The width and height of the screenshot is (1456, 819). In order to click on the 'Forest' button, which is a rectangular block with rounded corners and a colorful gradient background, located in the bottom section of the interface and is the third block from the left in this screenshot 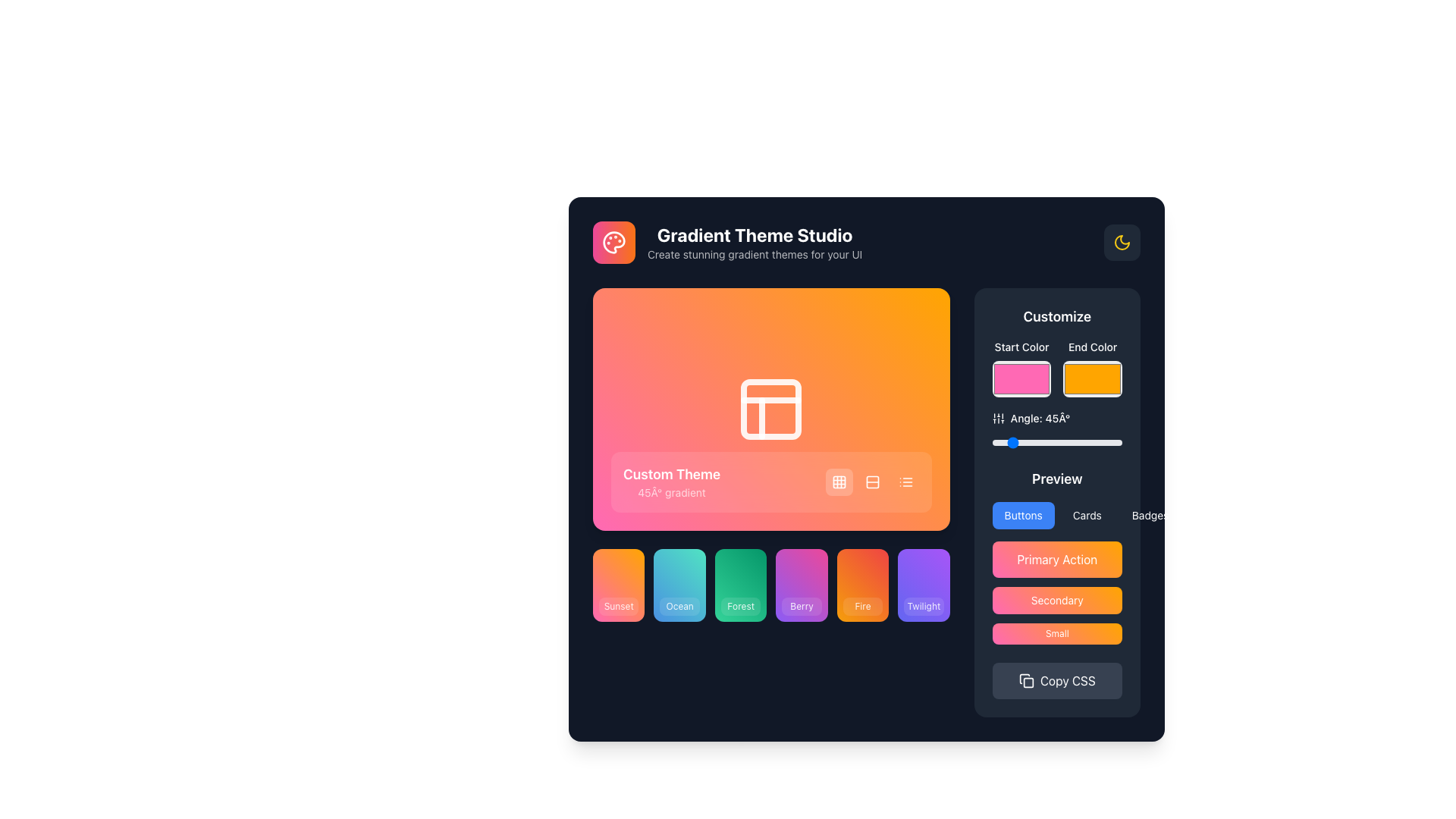, I will do `click(771, 584)`.